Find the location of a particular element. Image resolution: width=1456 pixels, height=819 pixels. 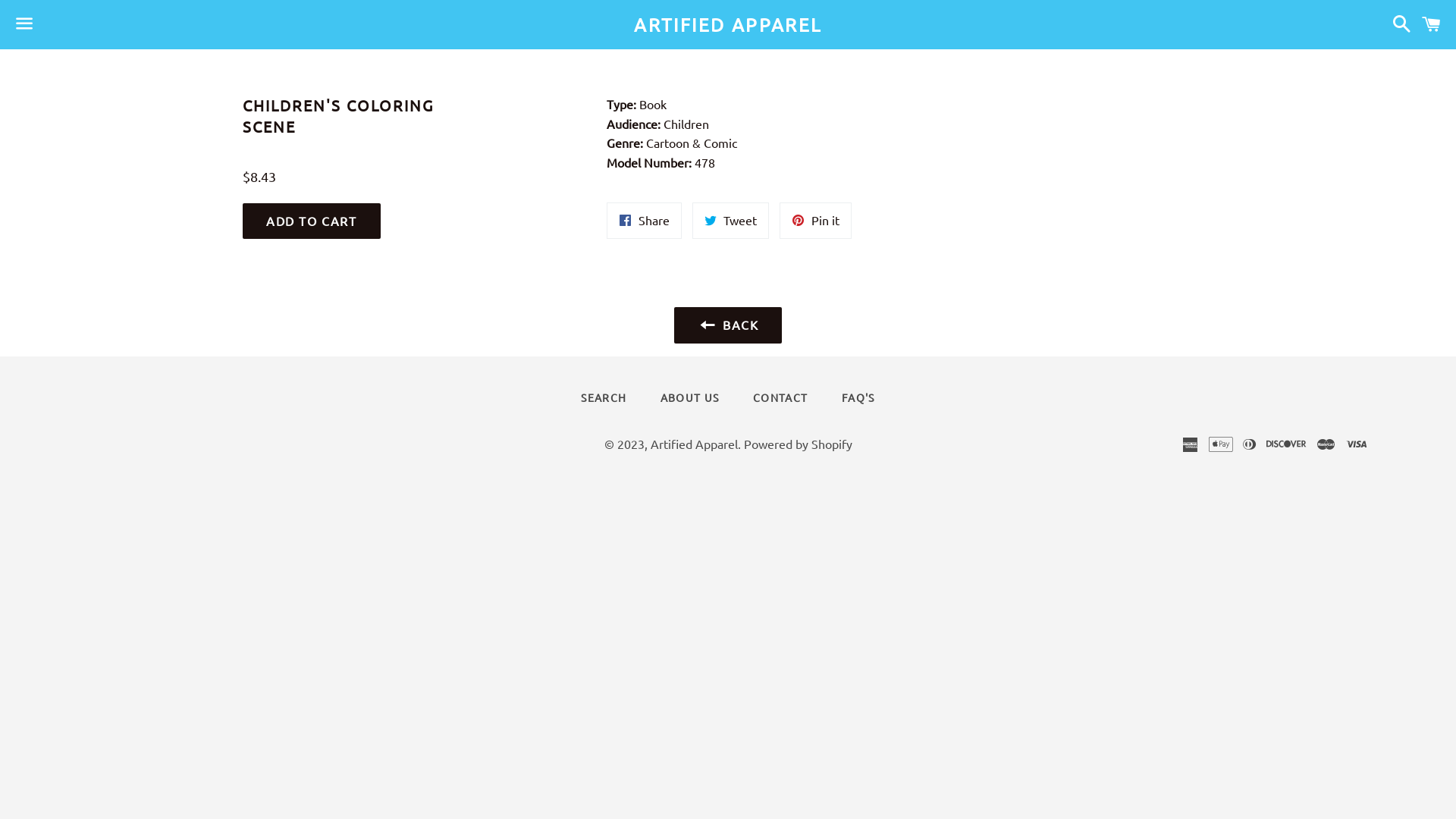

'Search' is located at coordinates (1397, 24).